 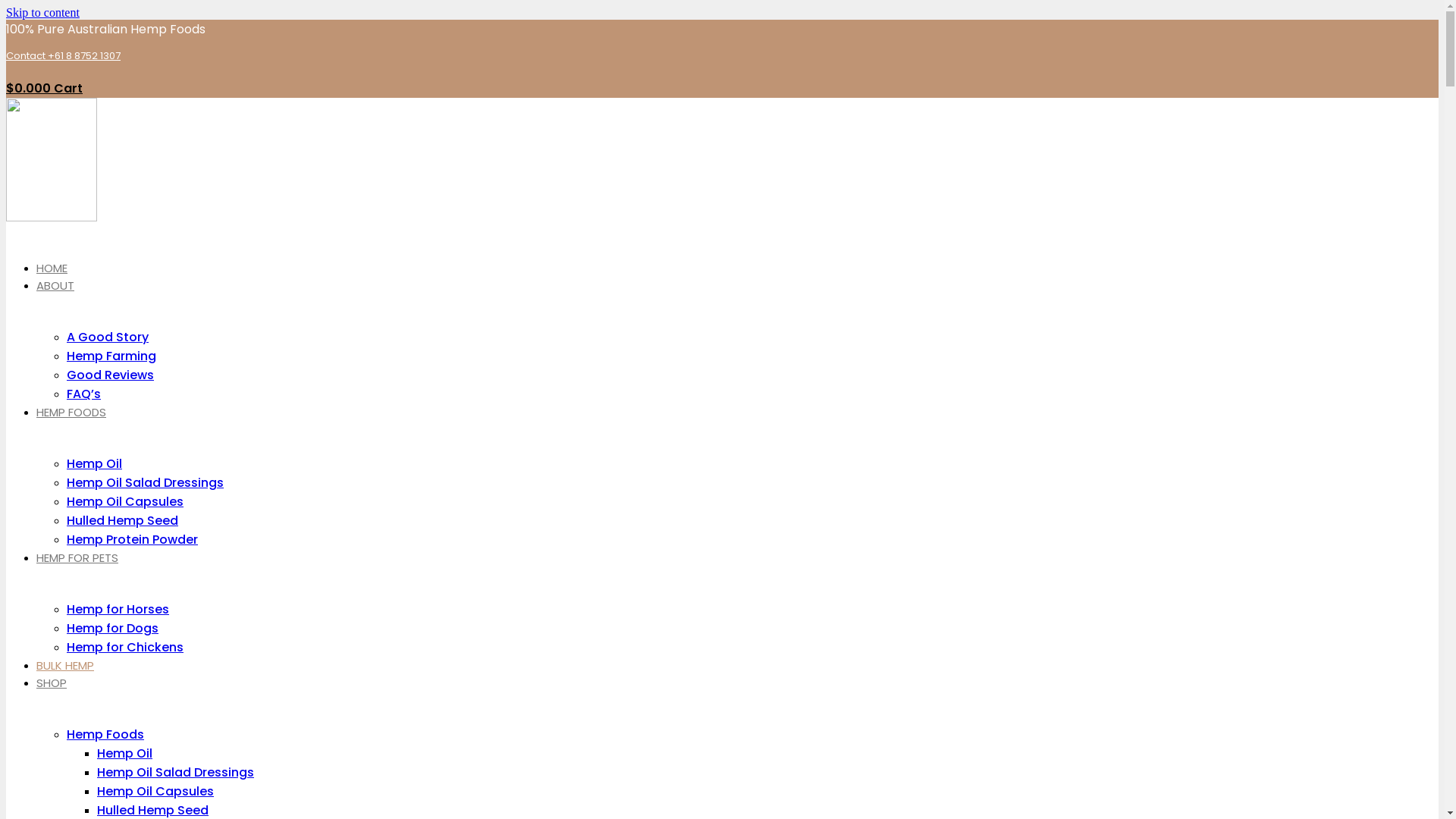 What do you see at coordinates (42, 12) in the screenshot?
I see `'Skip to content'` at bounding box center [42, 12].